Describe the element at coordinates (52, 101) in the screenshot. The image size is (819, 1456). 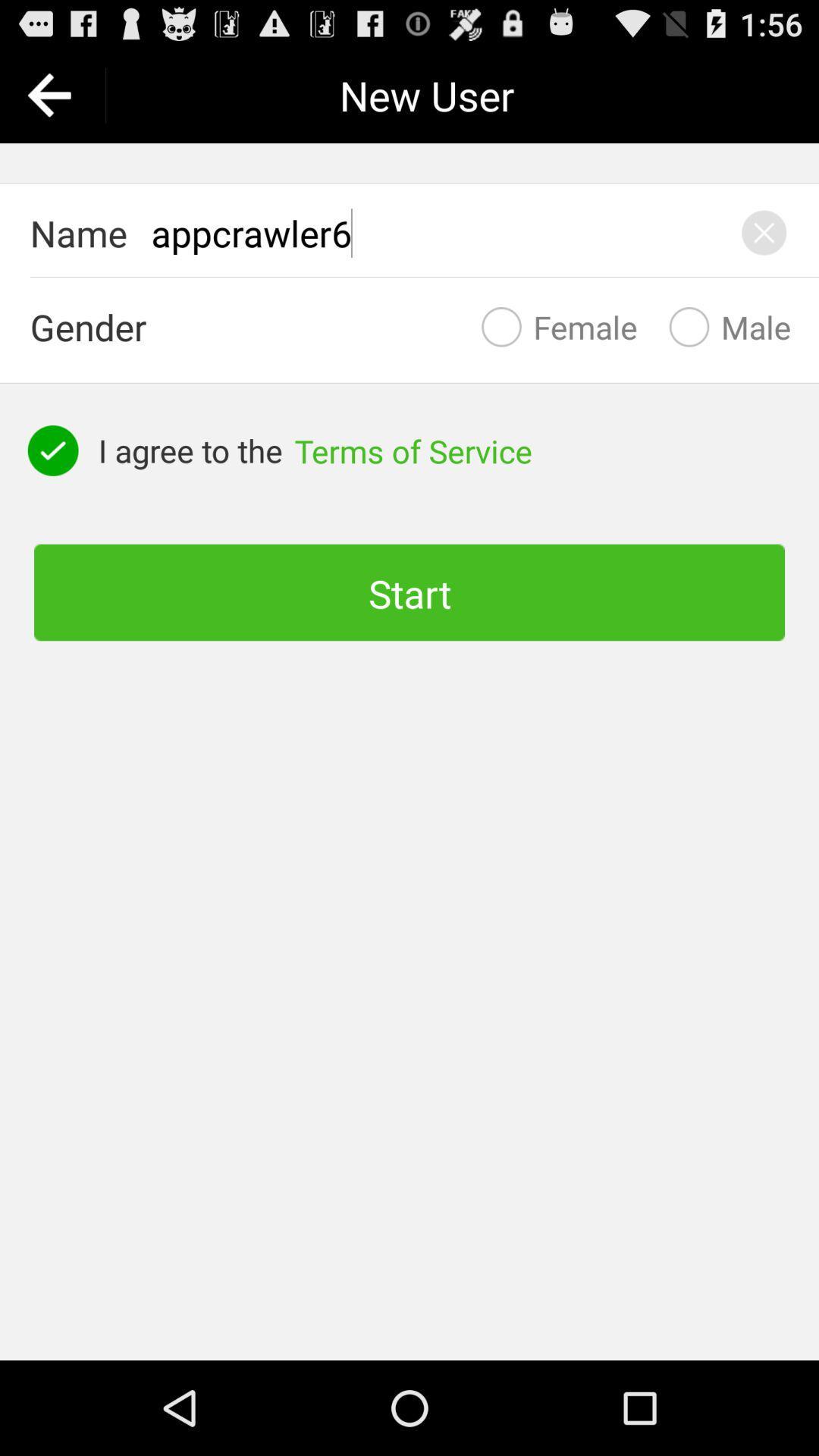
I see `the arrow_backward icon` at that location.